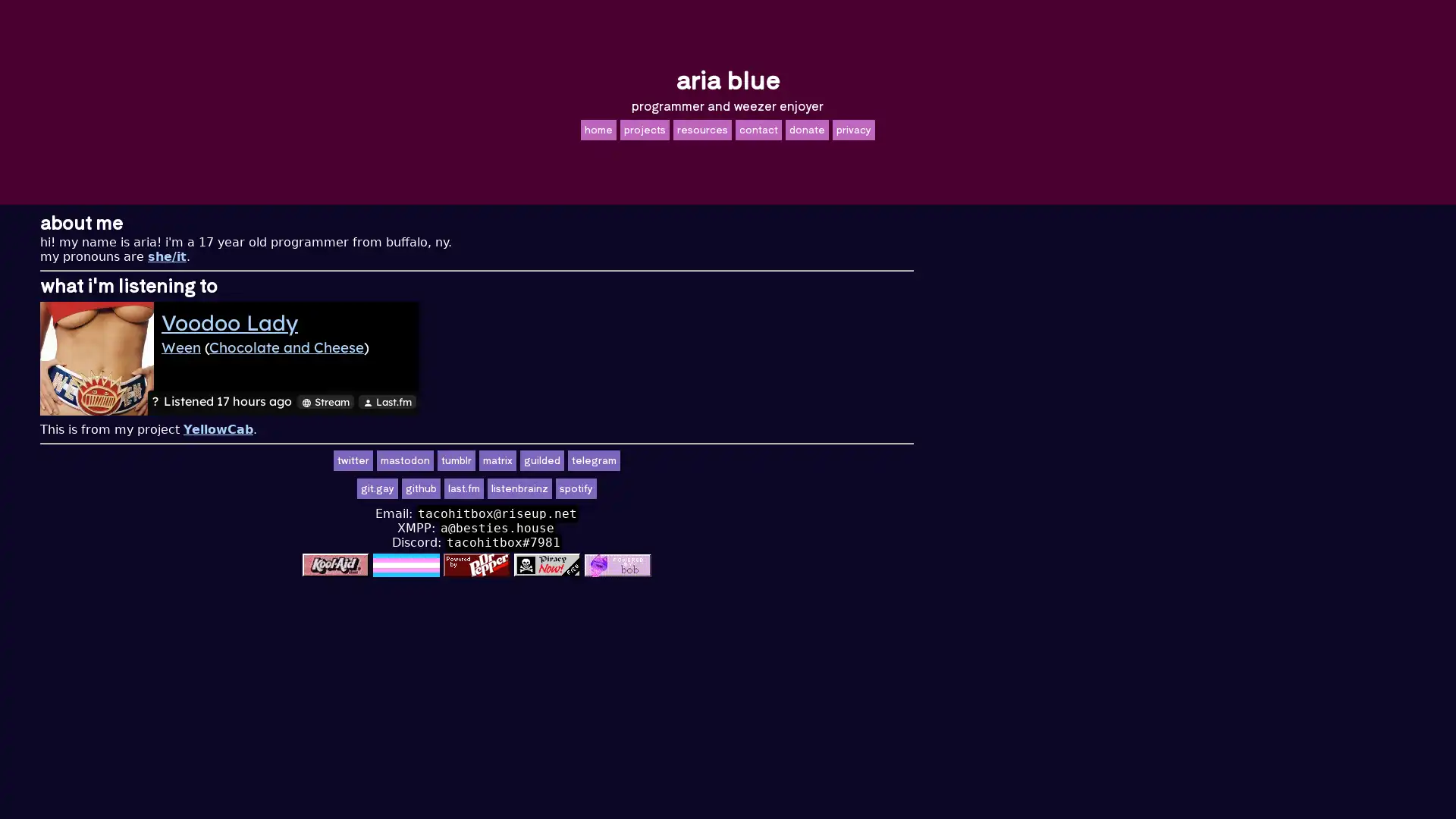 The width and height of the screenshot is (1456, 819). Describe the element at coordinates (597, 128) in the screenshot. I see `home` at that location.